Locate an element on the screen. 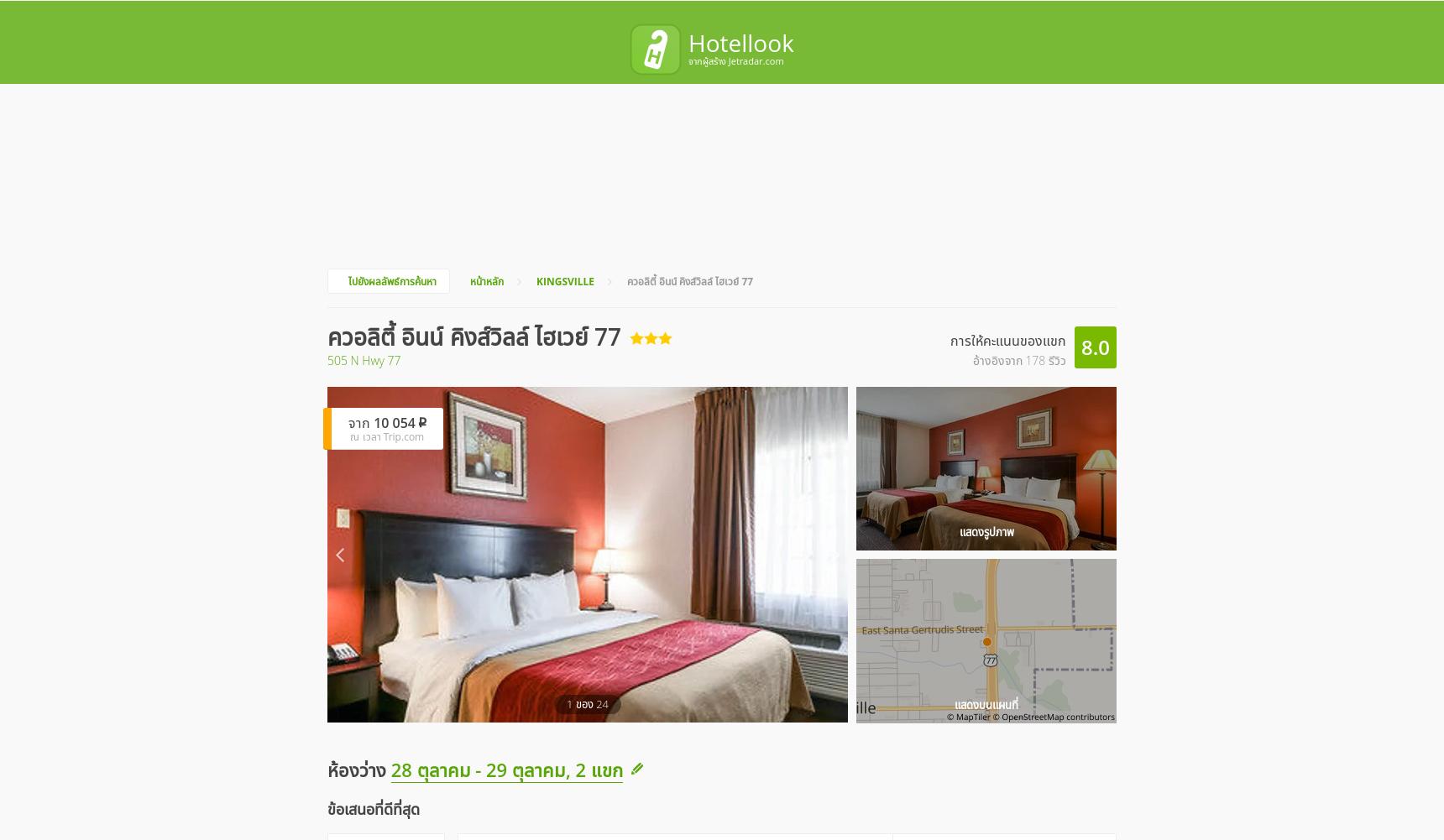 The height and width of the screenshot is (840, 1444). '10.0' is located at coordinates (630, 613).